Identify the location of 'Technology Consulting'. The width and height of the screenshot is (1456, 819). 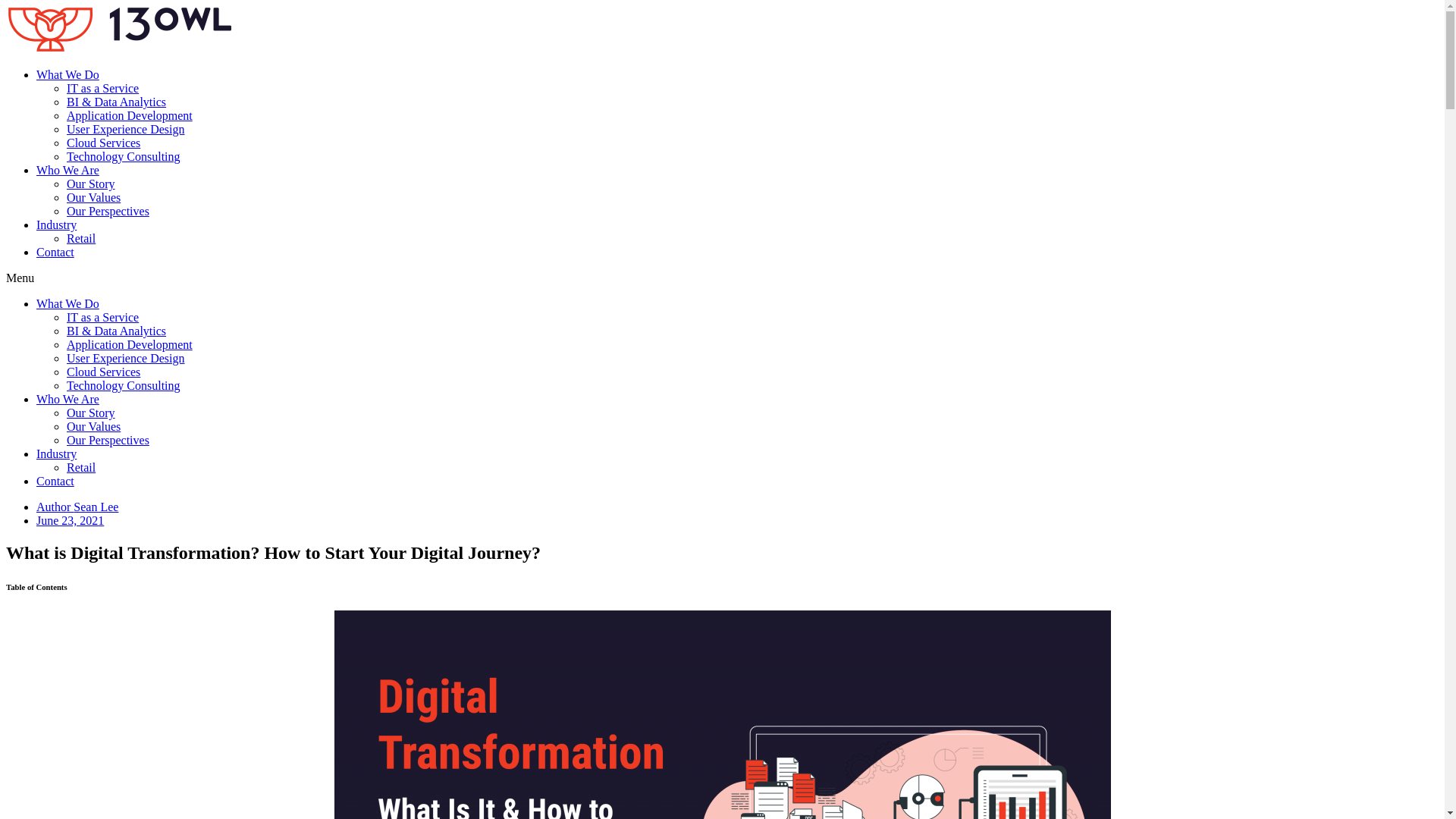
(124, 384).